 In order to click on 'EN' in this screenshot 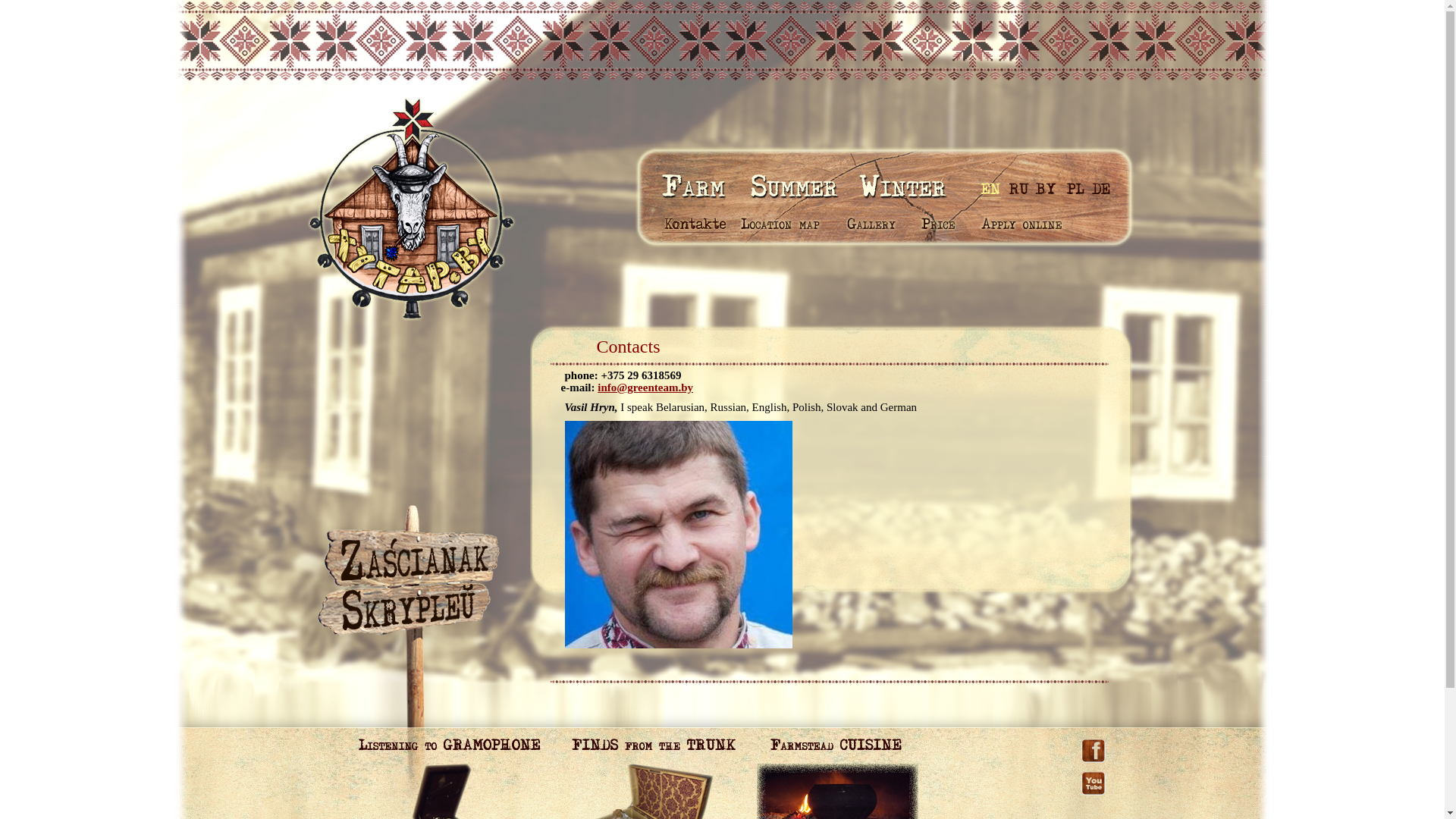, I will do `click(992, 187)`.